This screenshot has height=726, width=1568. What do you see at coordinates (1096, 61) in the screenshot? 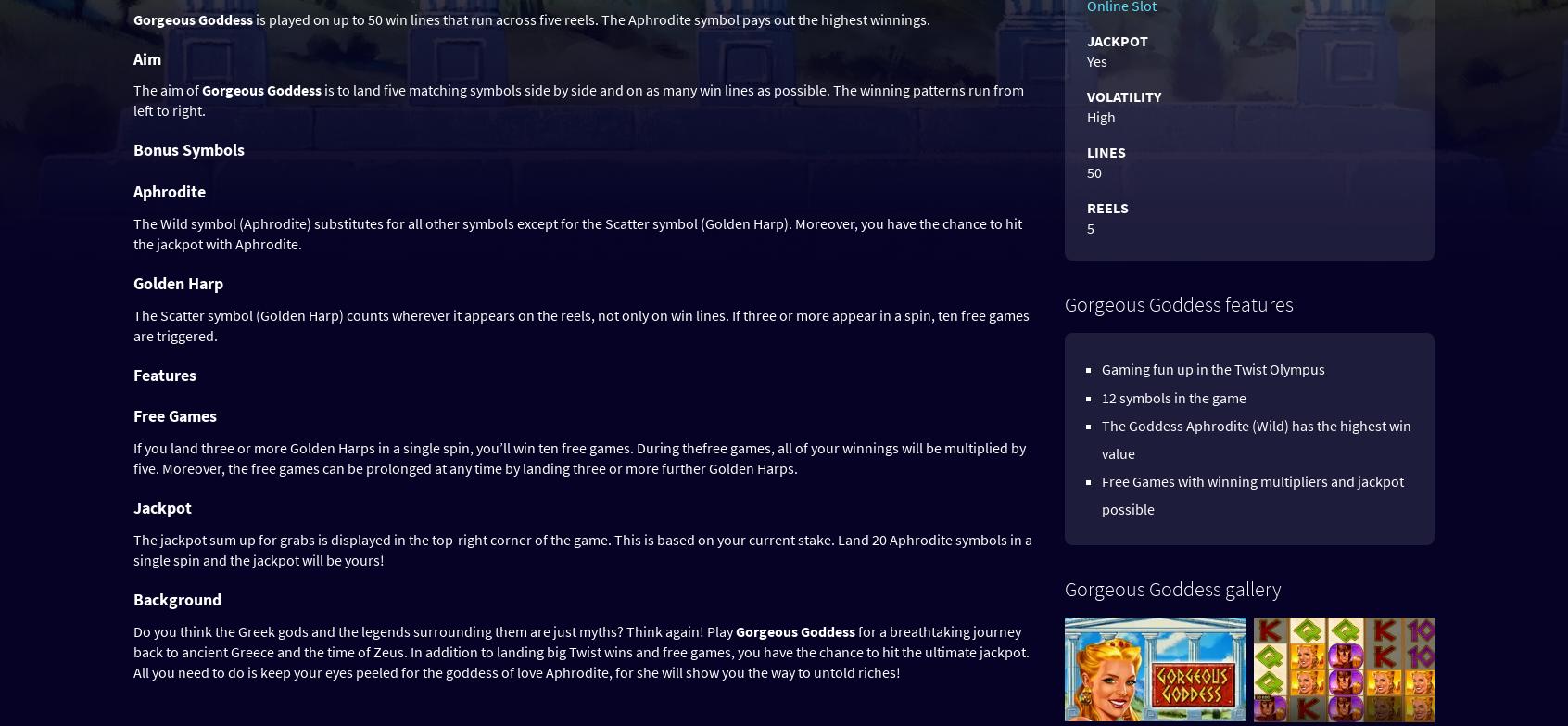
I see `'Yes'` at bounding box center [1096, 61].